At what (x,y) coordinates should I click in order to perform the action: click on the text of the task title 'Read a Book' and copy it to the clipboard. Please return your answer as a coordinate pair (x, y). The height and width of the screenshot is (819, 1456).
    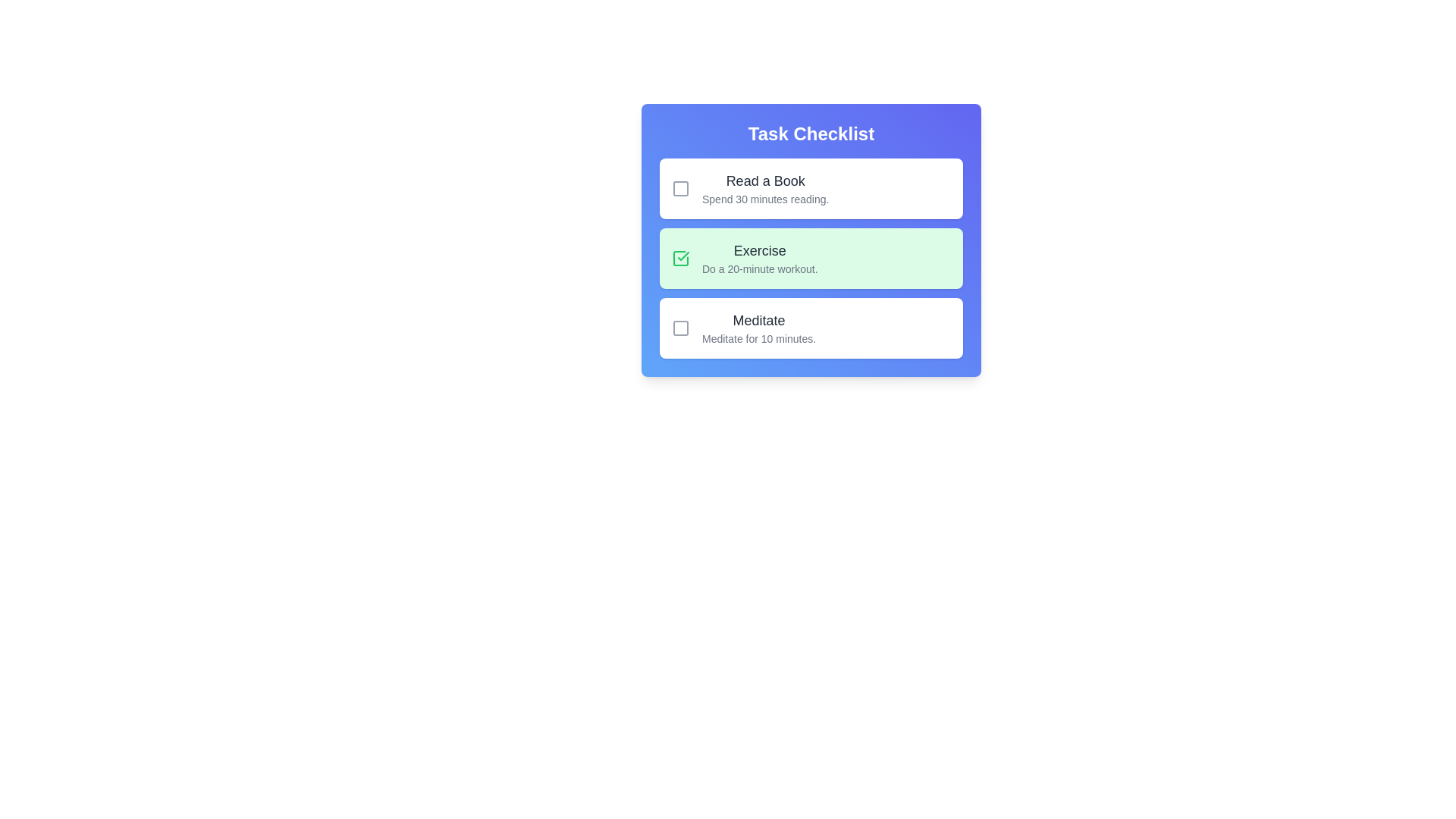
    Looking at the image, I should click on (764, 180).